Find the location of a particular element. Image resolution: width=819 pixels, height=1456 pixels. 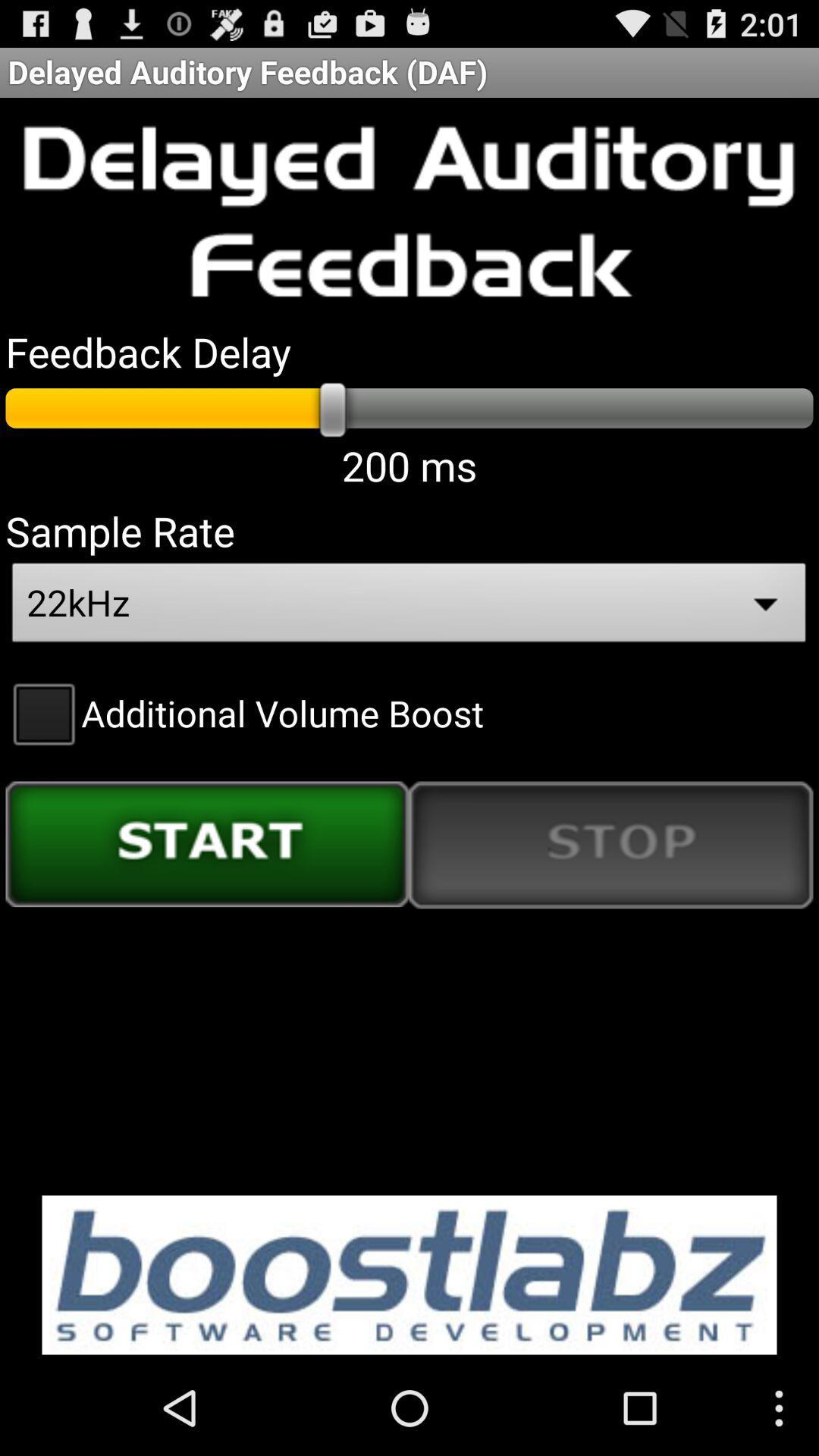

the app below the 22khz app is located at coordinates (243, 712).